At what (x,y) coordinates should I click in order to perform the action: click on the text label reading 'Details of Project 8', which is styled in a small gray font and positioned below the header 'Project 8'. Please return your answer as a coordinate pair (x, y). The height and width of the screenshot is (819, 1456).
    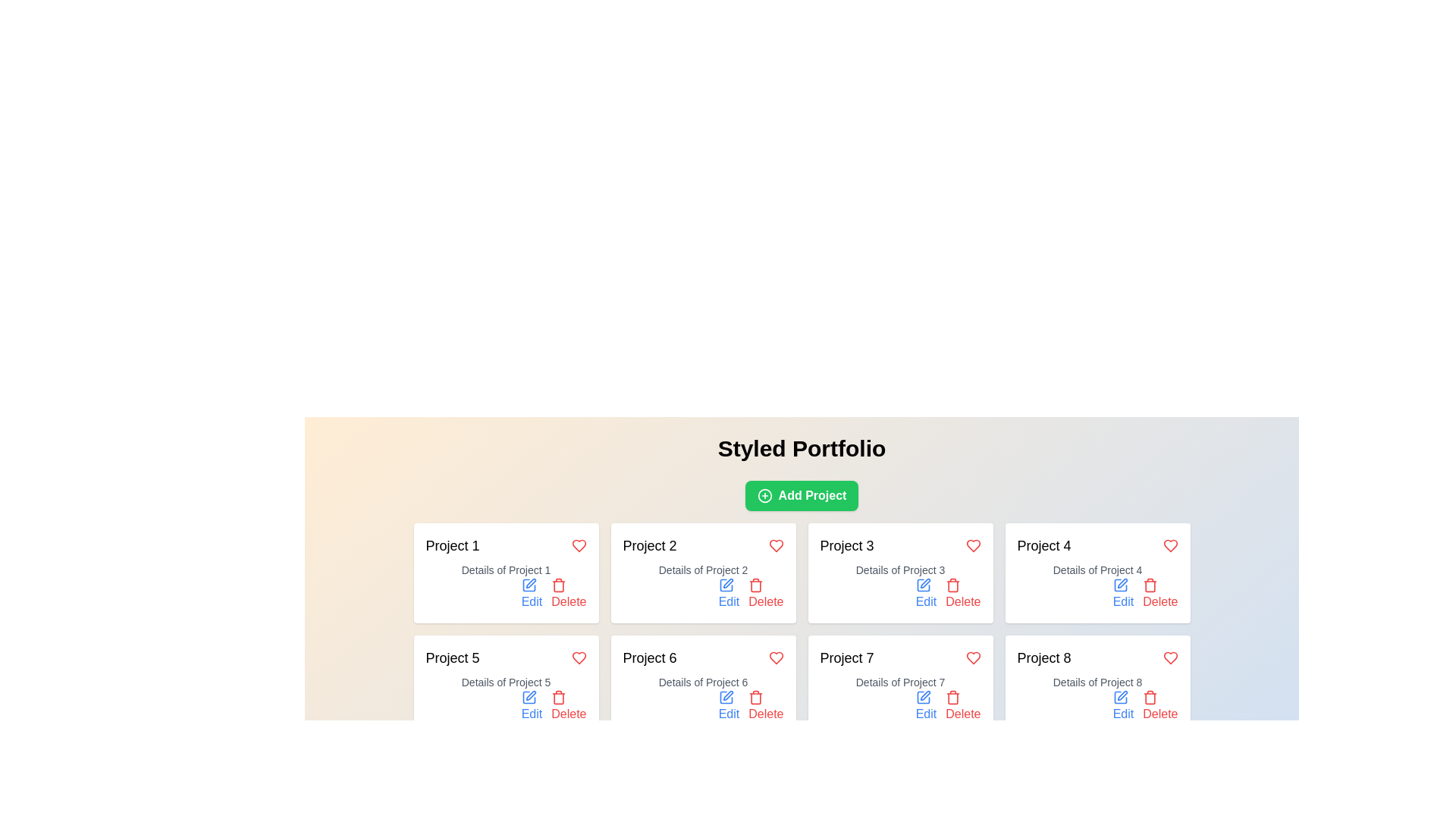
    Looking at the image, I should click on (1097, 681).